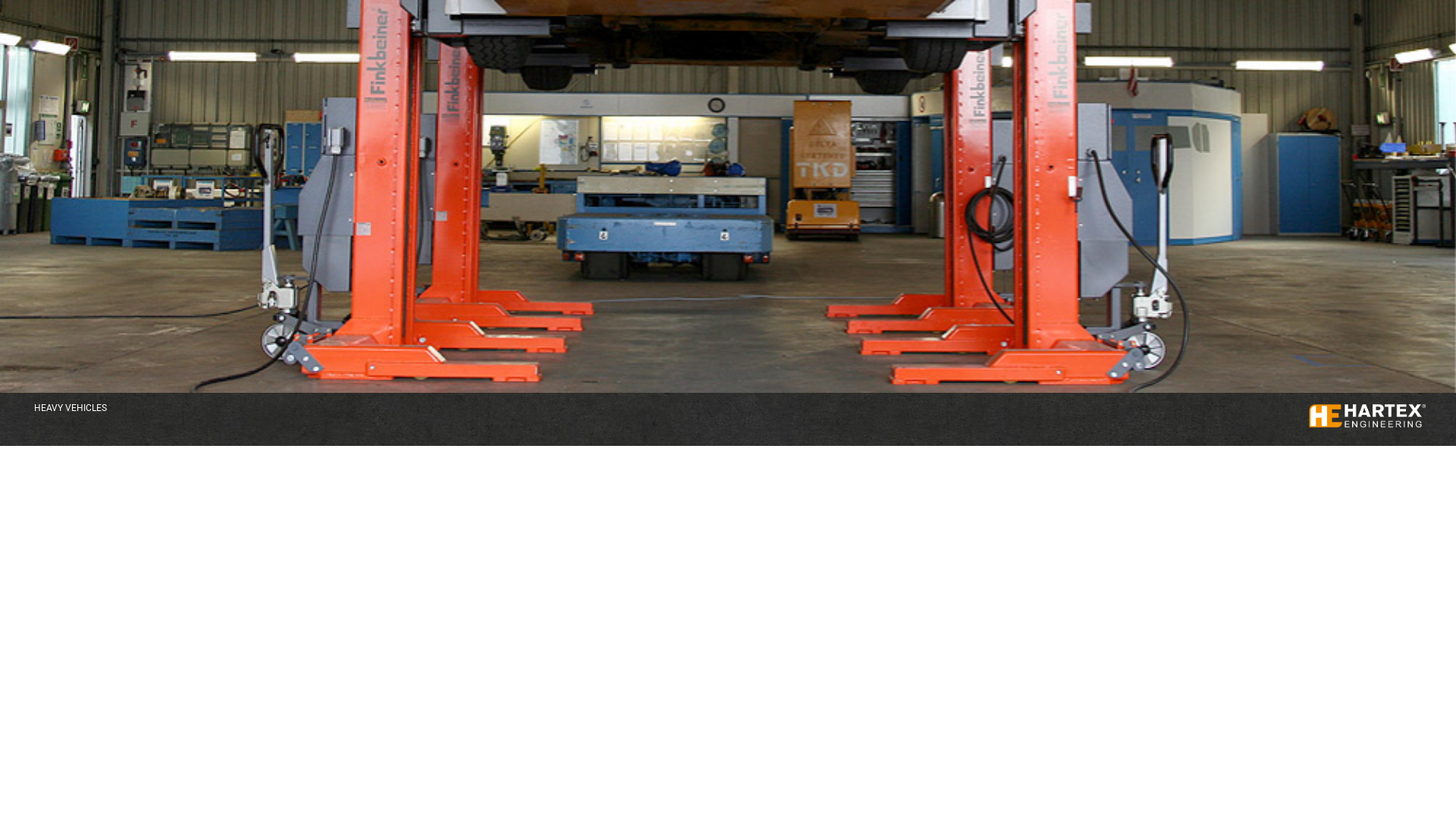  What do you see at coordinates (69, 406) in the screenshot?
I see `'HEAVY VEHICLES'` at bounding box center [69, 406].